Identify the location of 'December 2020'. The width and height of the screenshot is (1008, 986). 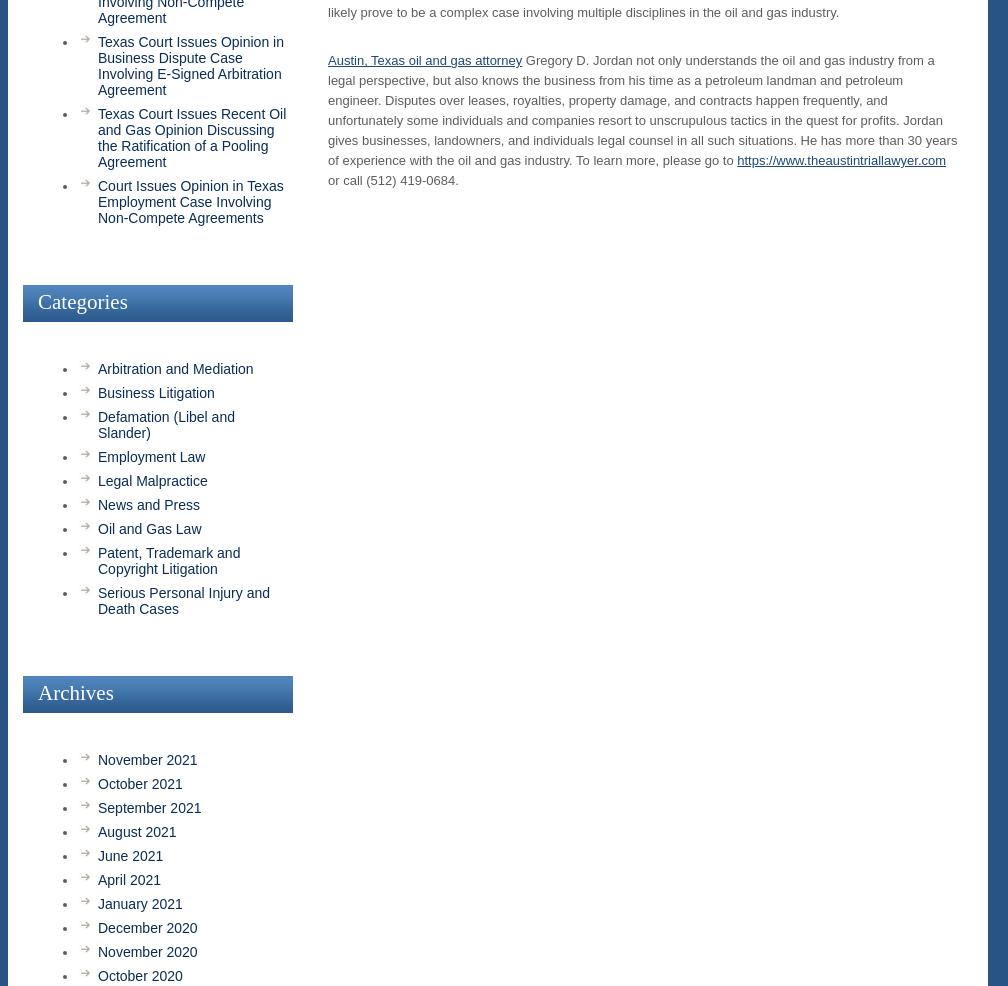
(147, 928).